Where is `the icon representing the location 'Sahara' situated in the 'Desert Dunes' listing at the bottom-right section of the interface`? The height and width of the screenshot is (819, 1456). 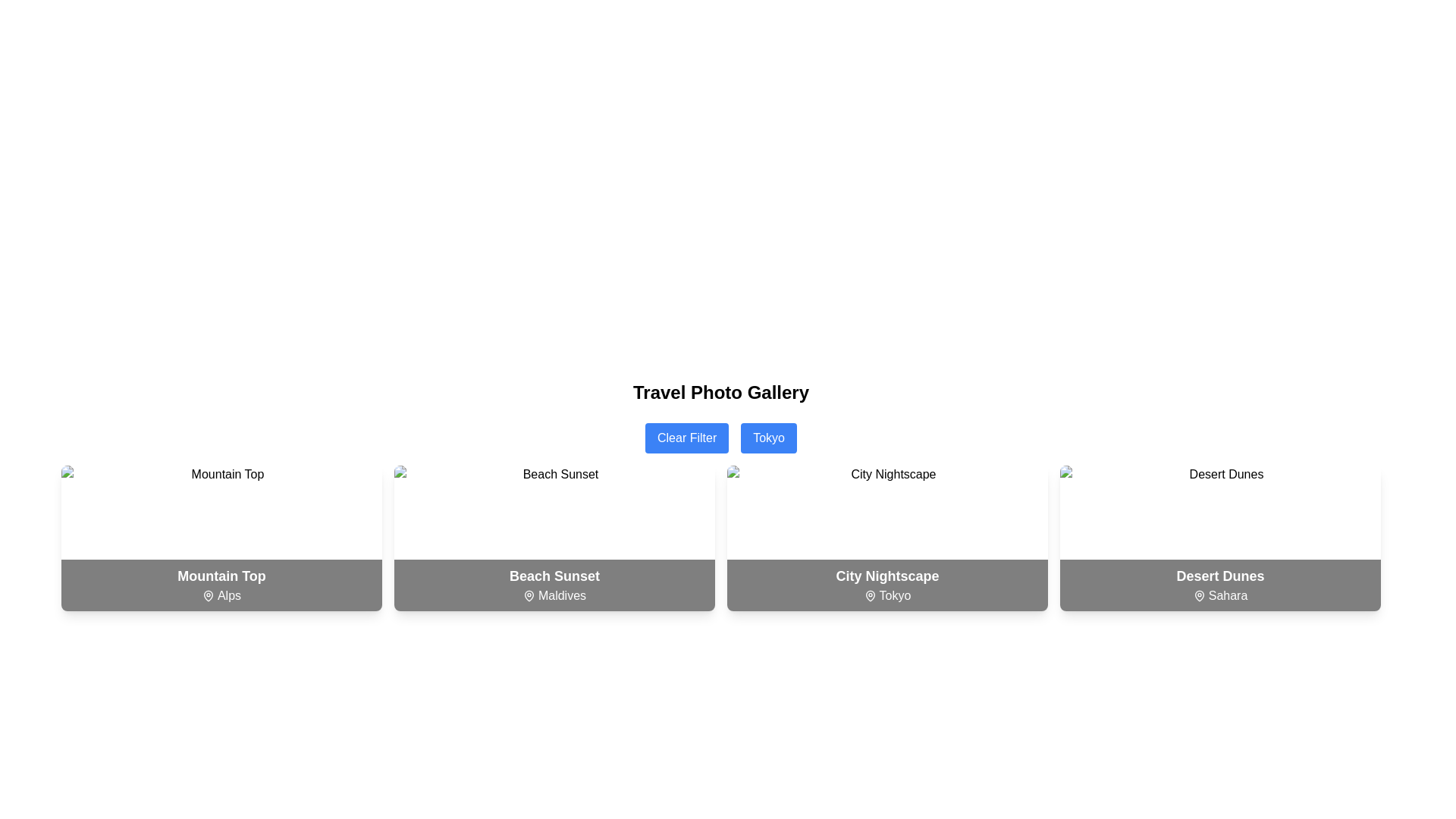
the icon representing the location 'Sahara' situated in the 'Desert Dunes' listing at the bottom-right section of the interface is located at coordinates (1198, 595).